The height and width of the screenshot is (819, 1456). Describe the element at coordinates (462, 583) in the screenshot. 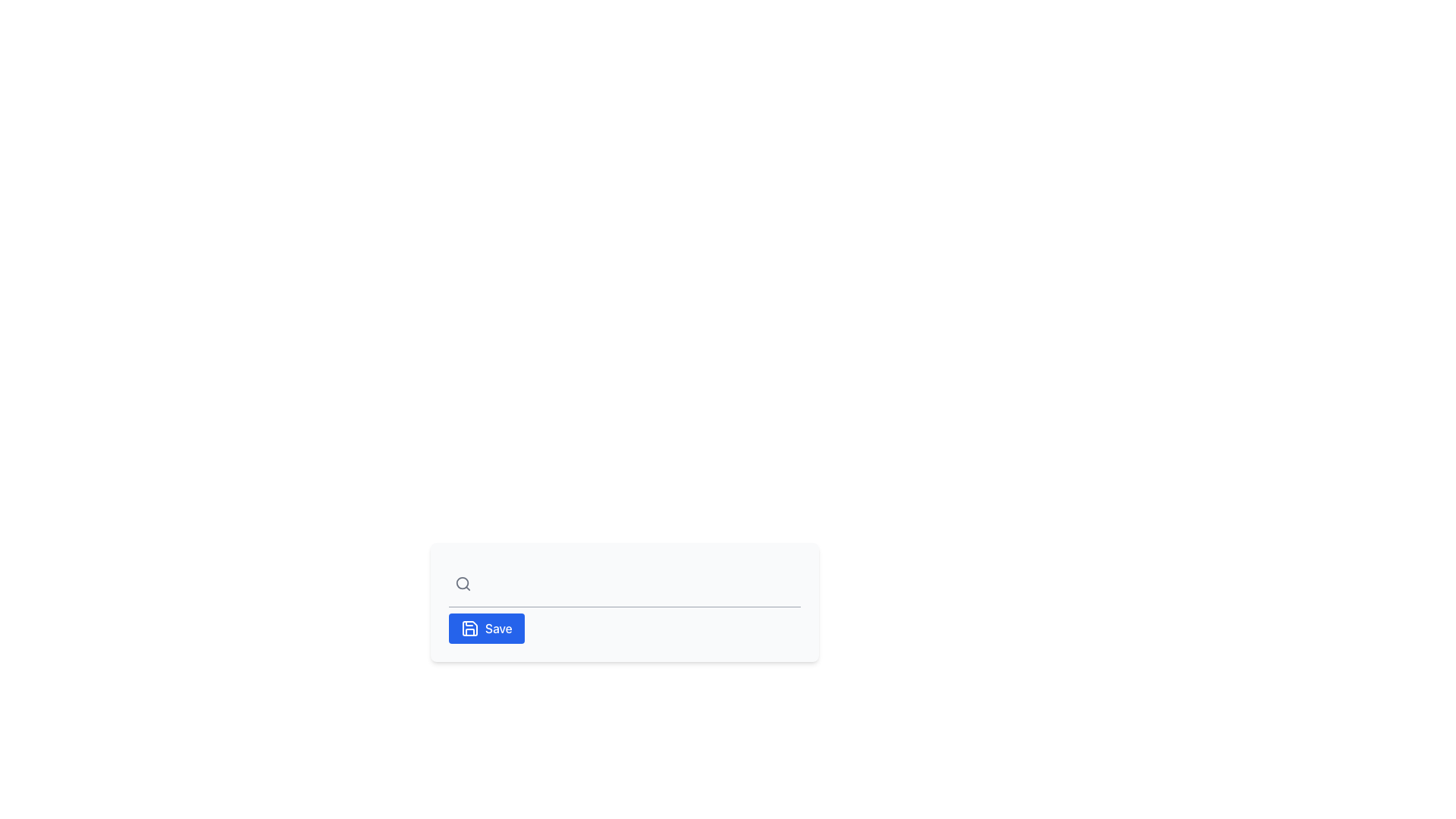

I see `the search icon located on the left side of the search bar to trigger the tooltip or visual feedback` at that location.